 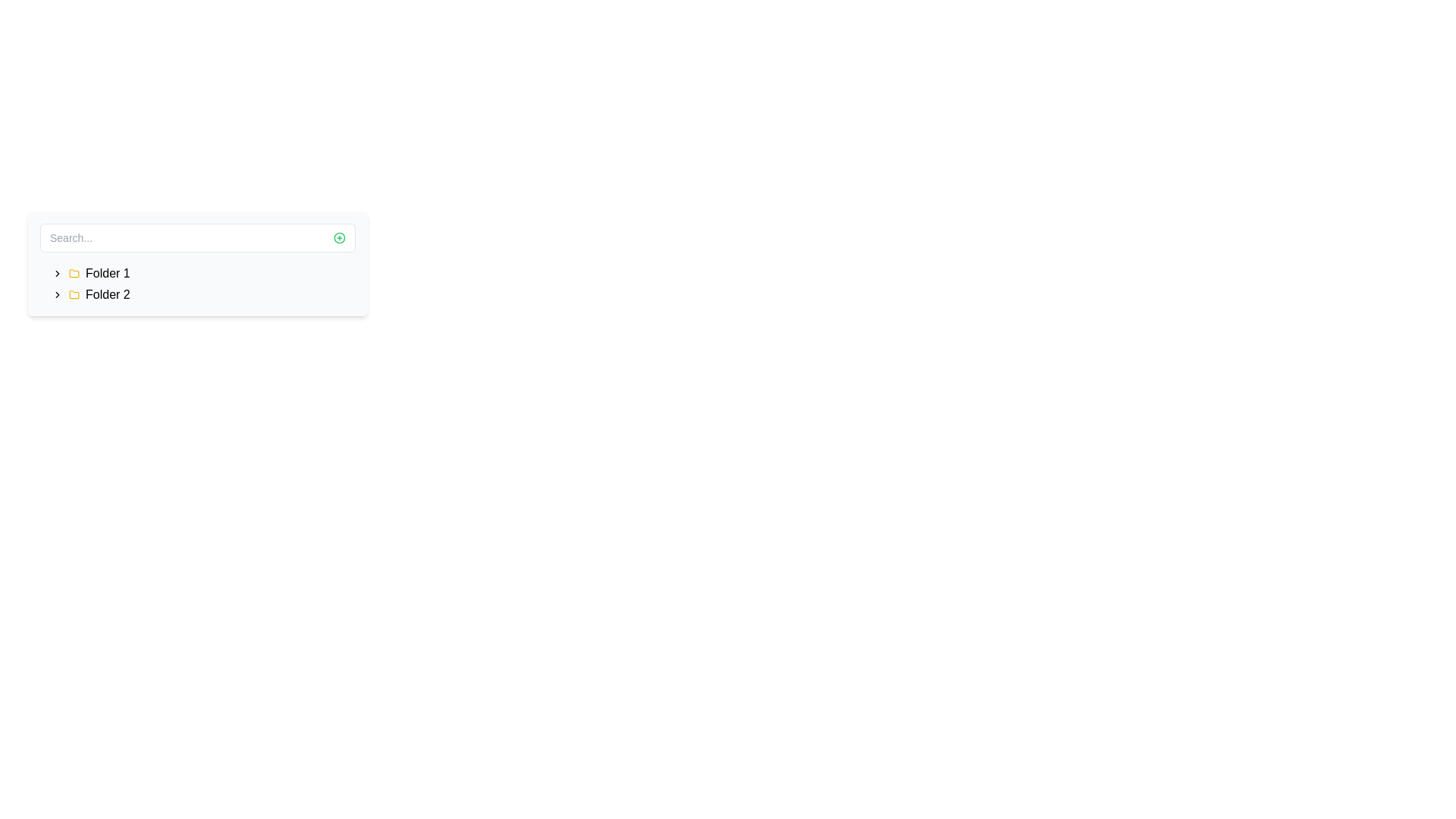 I want to click on the button styled as an arrow icon pointing to the right, which is positioned to the left of the text 'Folder 2', so click(x=58, y=295).